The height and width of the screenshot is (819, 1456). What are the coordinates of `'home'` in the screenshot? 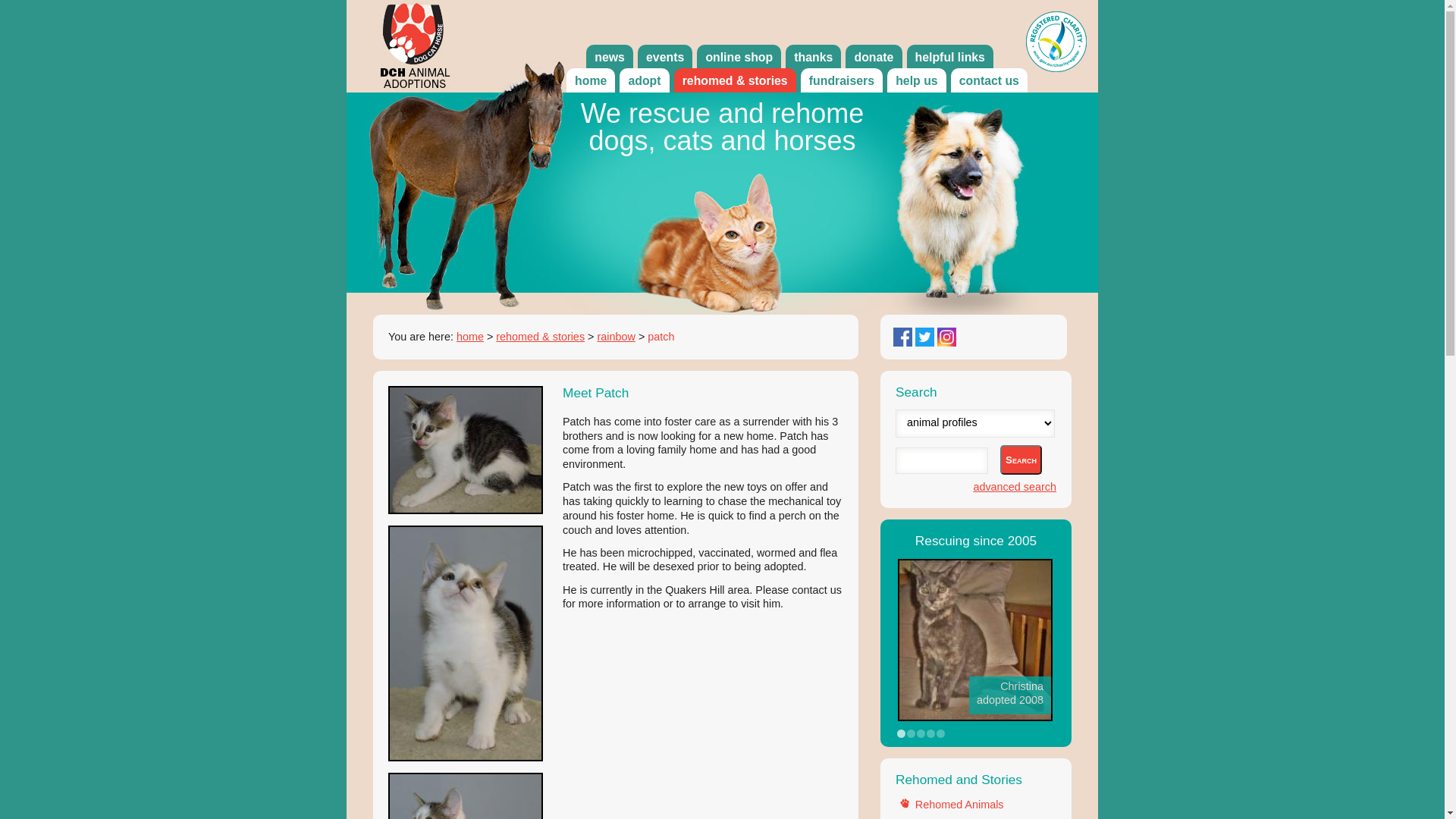 It's located at (469, 335).